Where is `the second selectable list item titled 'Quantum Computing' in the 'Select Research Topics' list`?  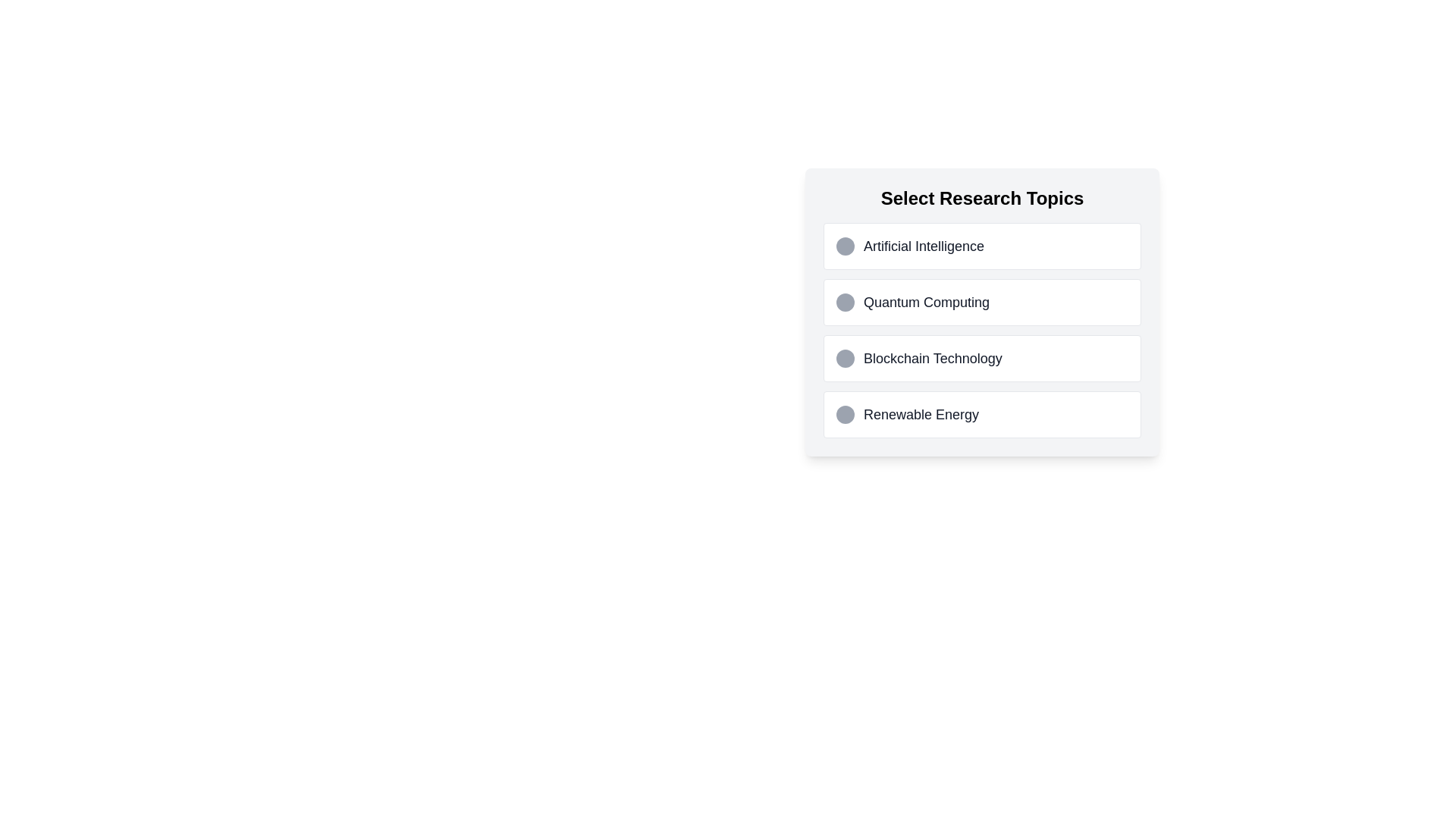 the second selectable list item titled 'Quantum Computing' in the 'Select Research Topics' list is located at coordinates (912, 302).